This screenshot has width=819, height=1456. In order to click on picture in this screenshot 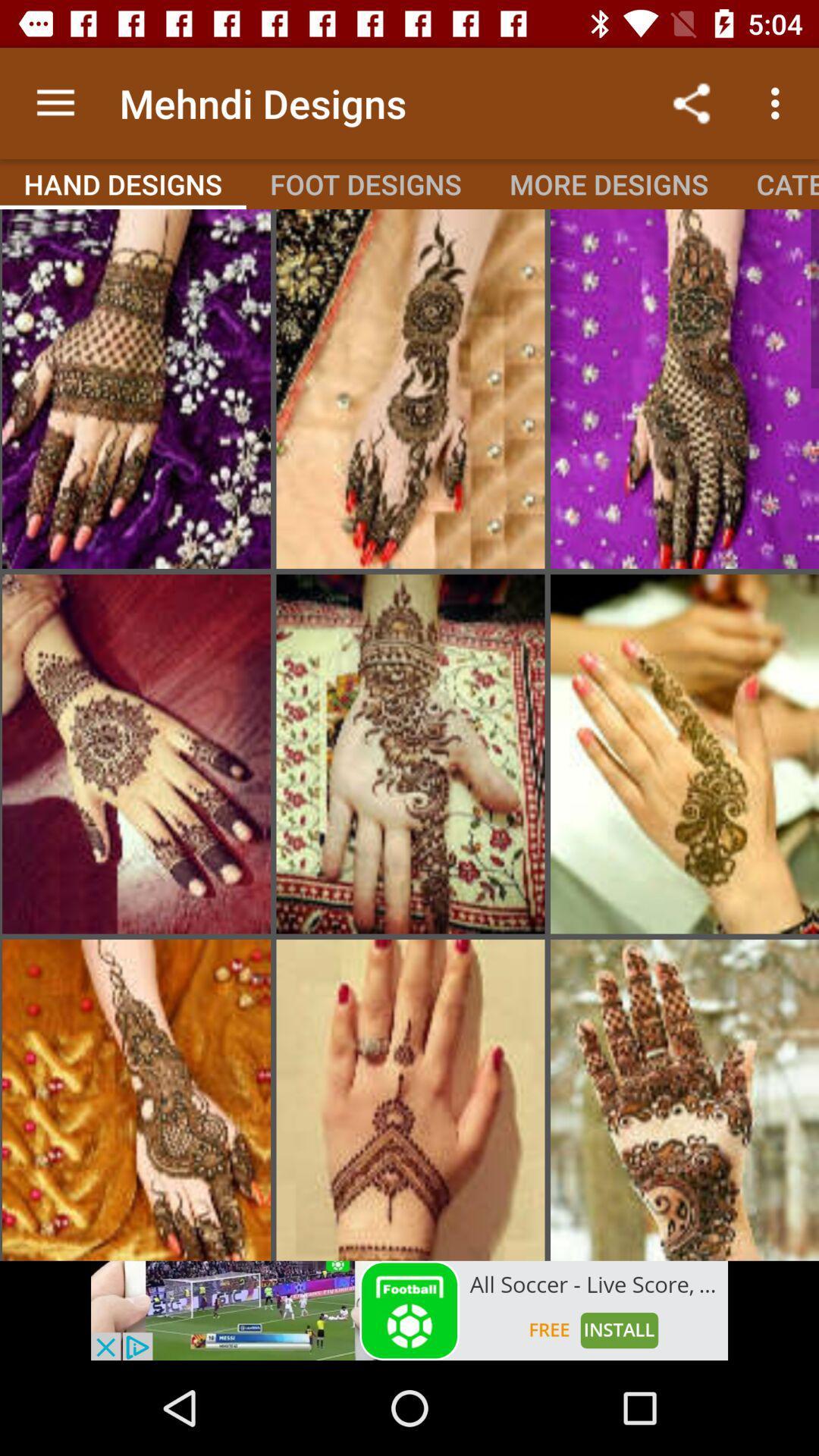, I will do `click(136, 389)`.